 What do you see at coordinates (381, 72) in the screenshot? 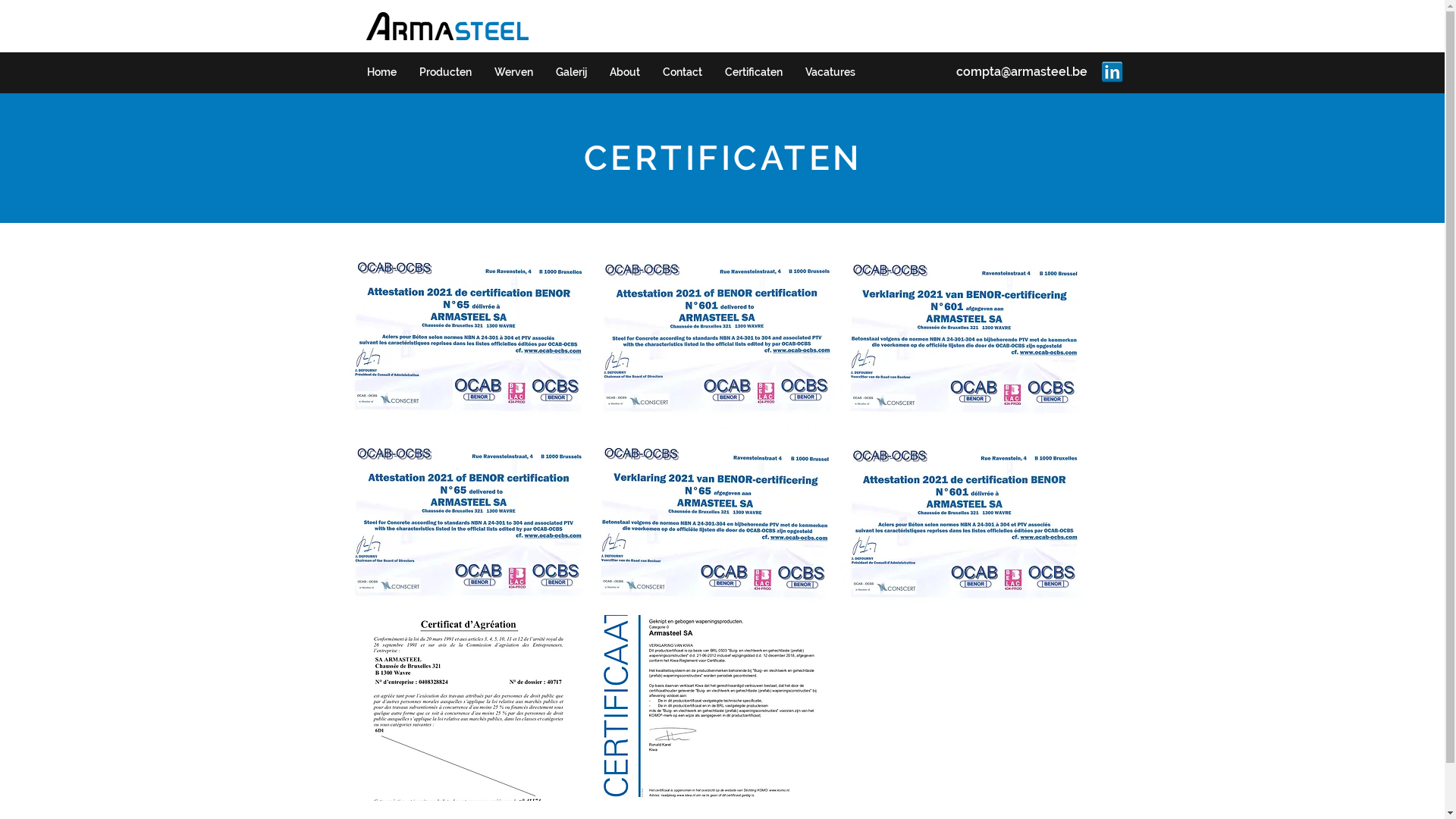
I see `'Home'` at bounding box center [381, 72].